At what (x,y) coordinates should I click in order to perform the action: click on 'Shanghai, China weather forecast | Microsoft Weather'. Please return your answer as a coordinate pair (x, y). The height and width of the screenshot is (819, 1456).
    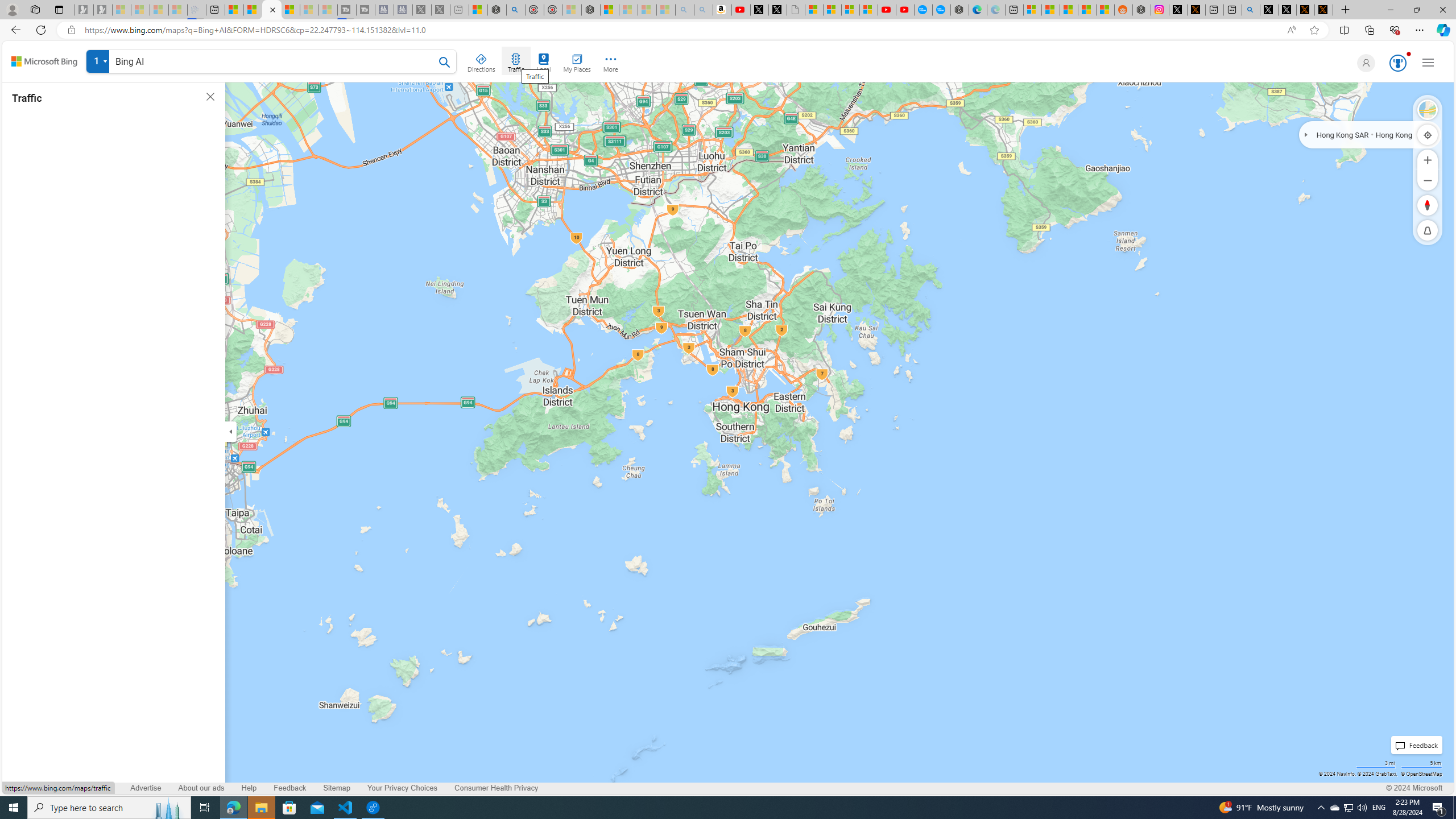
    Looking at the image, I should click on (1050, 9).